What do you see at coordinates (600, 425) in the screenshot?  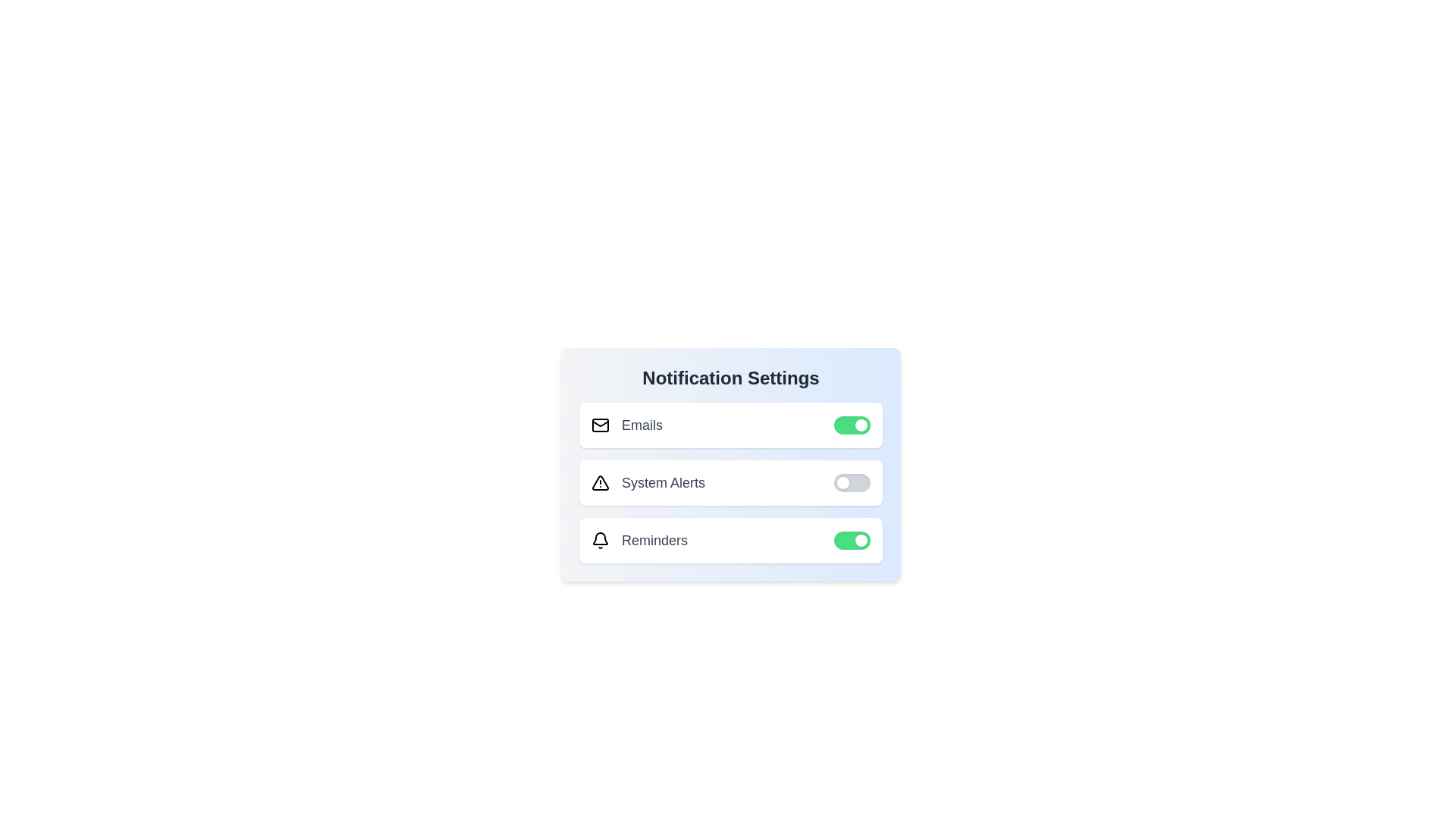 I see `the notification icon for Emails` at bounding box center [600, 425].